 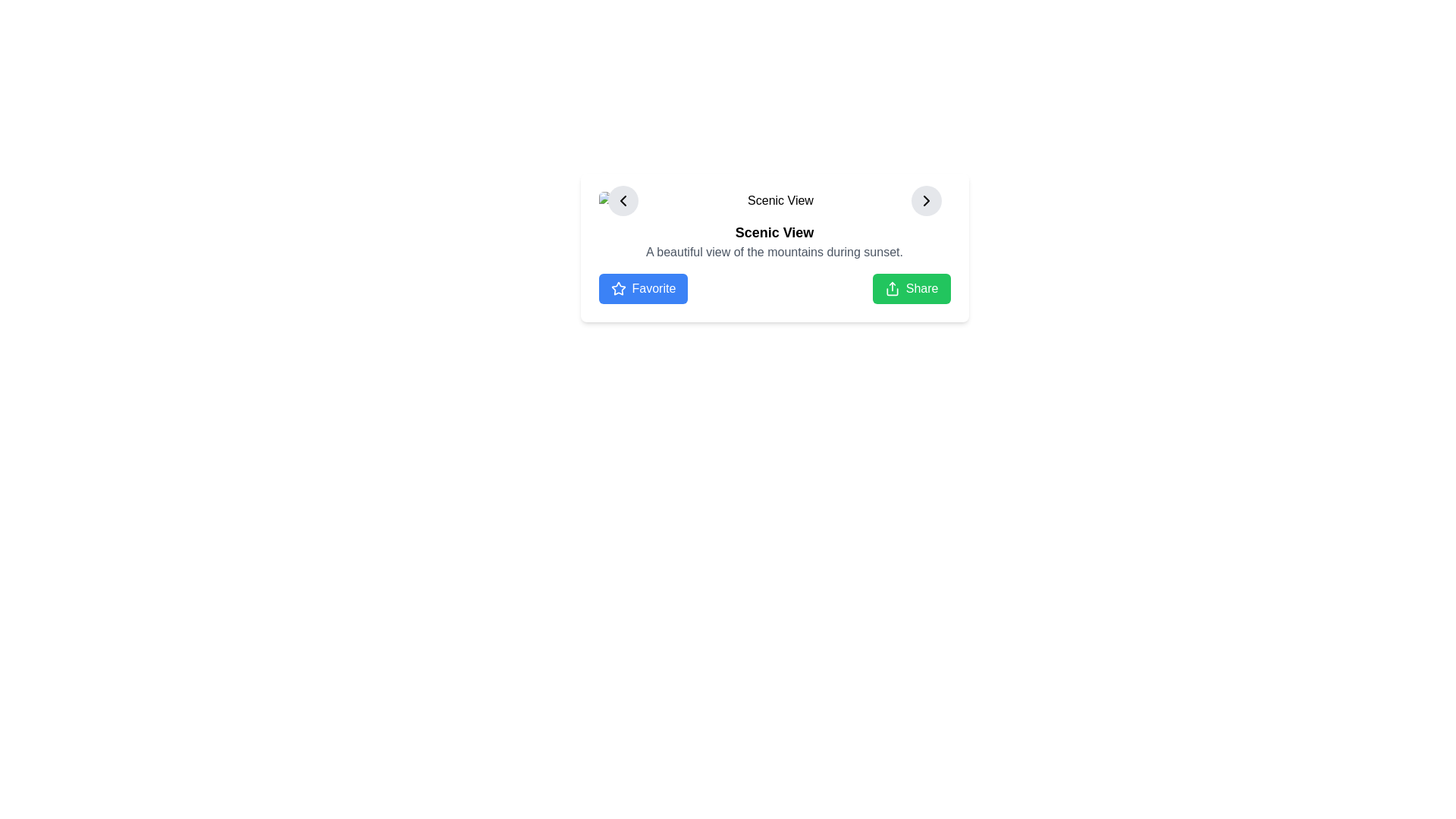 What do you see at coordinates (774, 251) in the screenshot?
I see `the Text Label that provides supplementary information to the title 'Scenic View', positioned directly beneath it, centered horizontally` at bounding box center [774, 251].